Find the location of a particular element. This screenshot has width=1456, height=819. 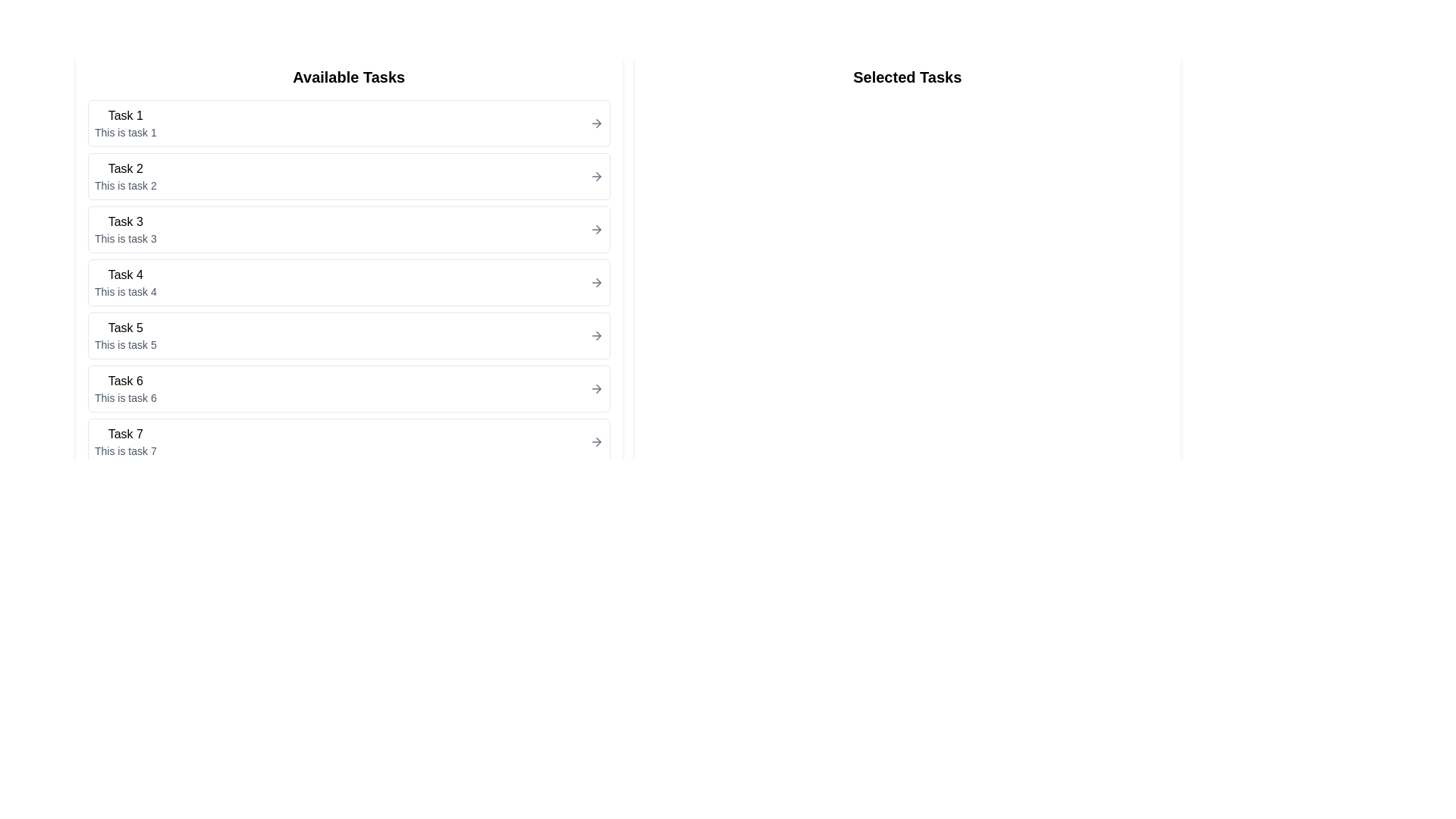

the right-pointing arrow icon styled in gray, located at the right end of the task card titled 'Task 7 This is task 7' is located at coordinates (595, 441).